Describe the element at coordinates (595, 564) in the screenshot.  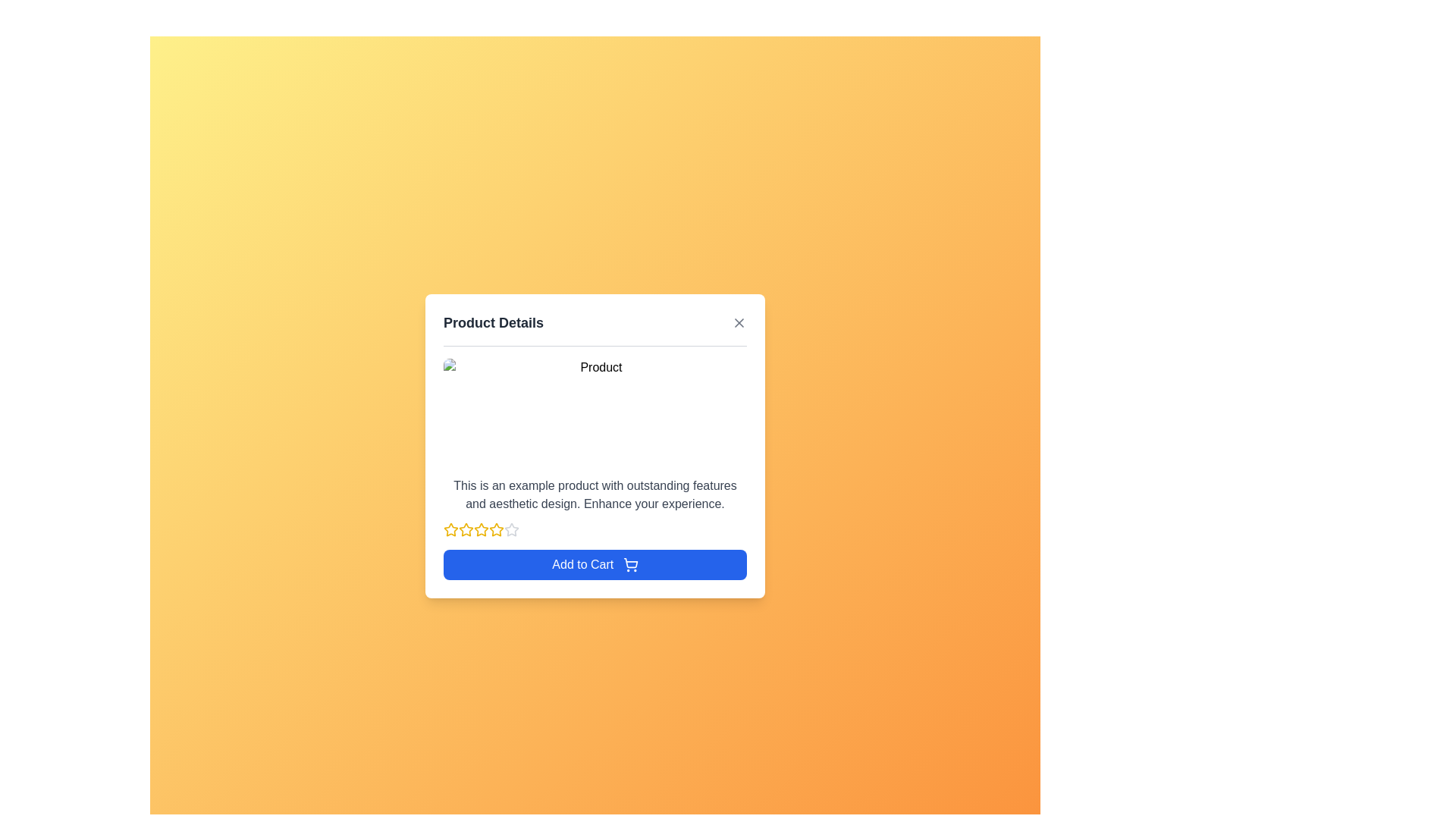
I see `the 'Add to Cart' button with a blue background and shopping cart icon` at that location.